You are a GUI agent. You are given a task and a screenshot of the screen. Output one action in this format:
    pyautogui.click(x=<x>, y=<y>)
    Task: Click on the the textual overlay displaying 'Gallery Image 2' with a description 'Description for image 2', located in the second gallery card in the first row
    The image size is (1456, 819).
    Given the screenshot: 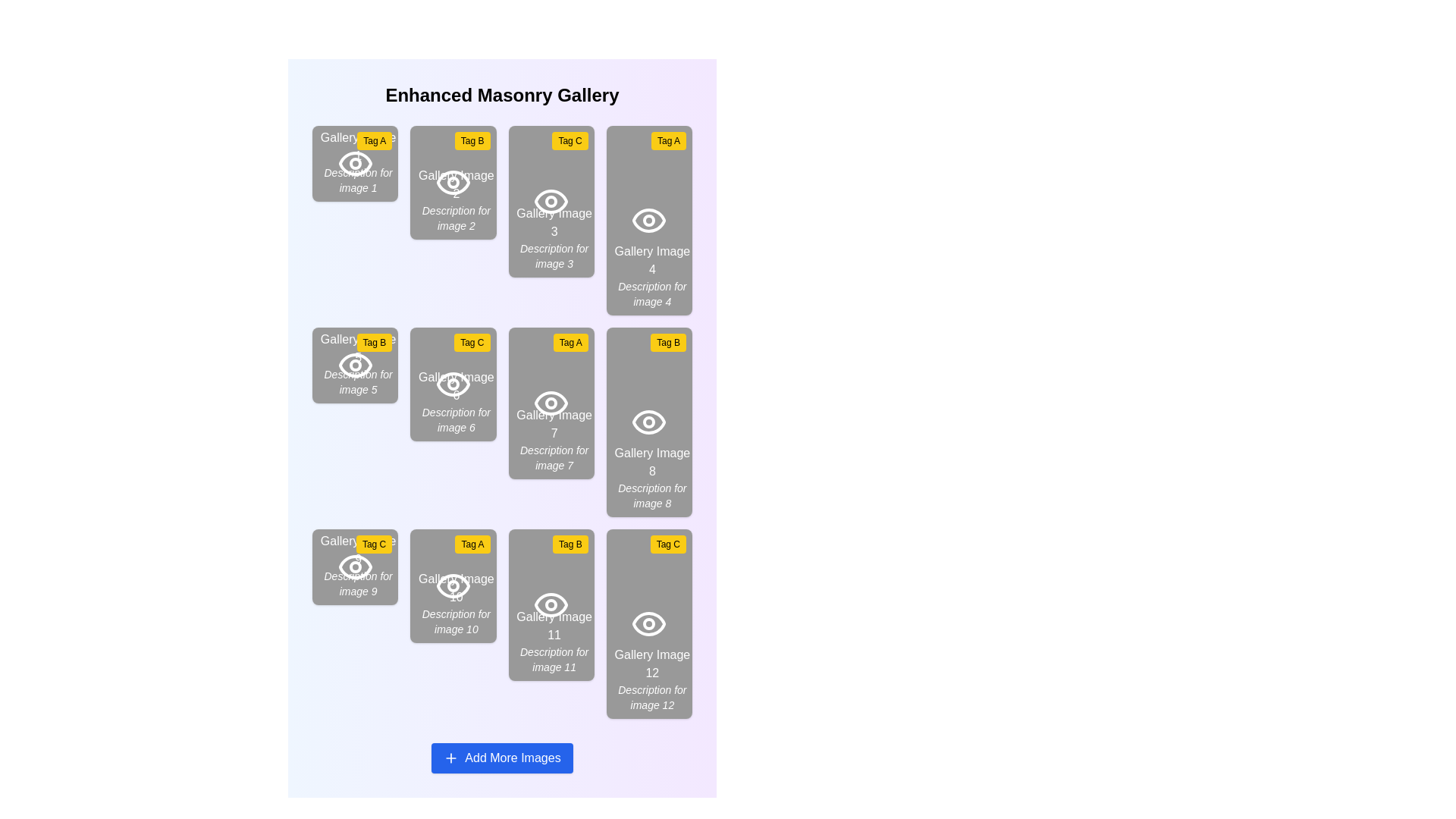 What is the action you would take?
    pyautogui.click(x=455, y=199)
    